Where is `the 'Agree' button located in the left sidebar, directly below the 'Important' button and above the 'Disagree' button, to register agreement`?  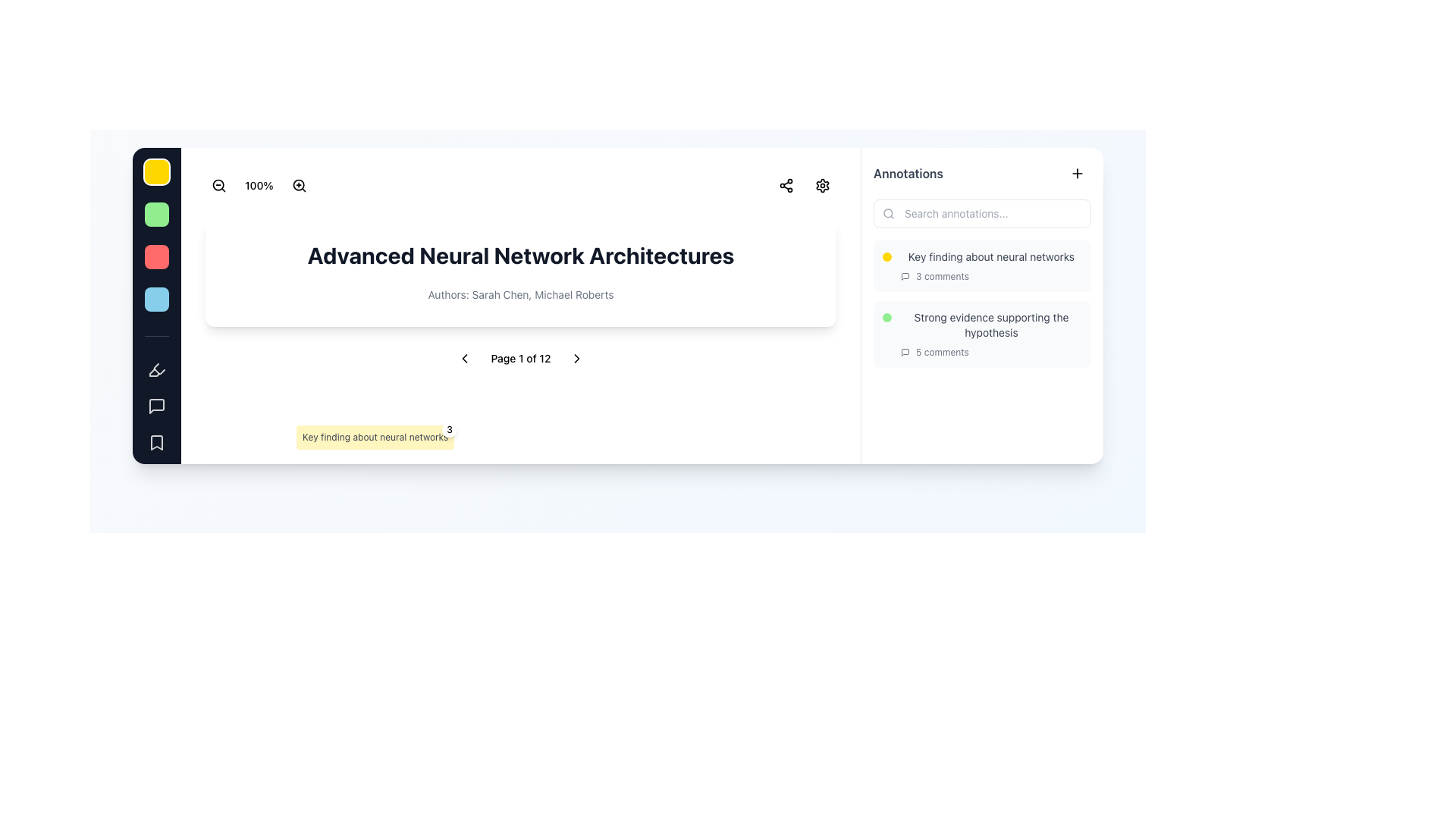 the 'Agree' button located in the left sidebar, directly below the 'Important' button and above the 'Disagree' button, to register agreement is located at coordinates (156, 214).